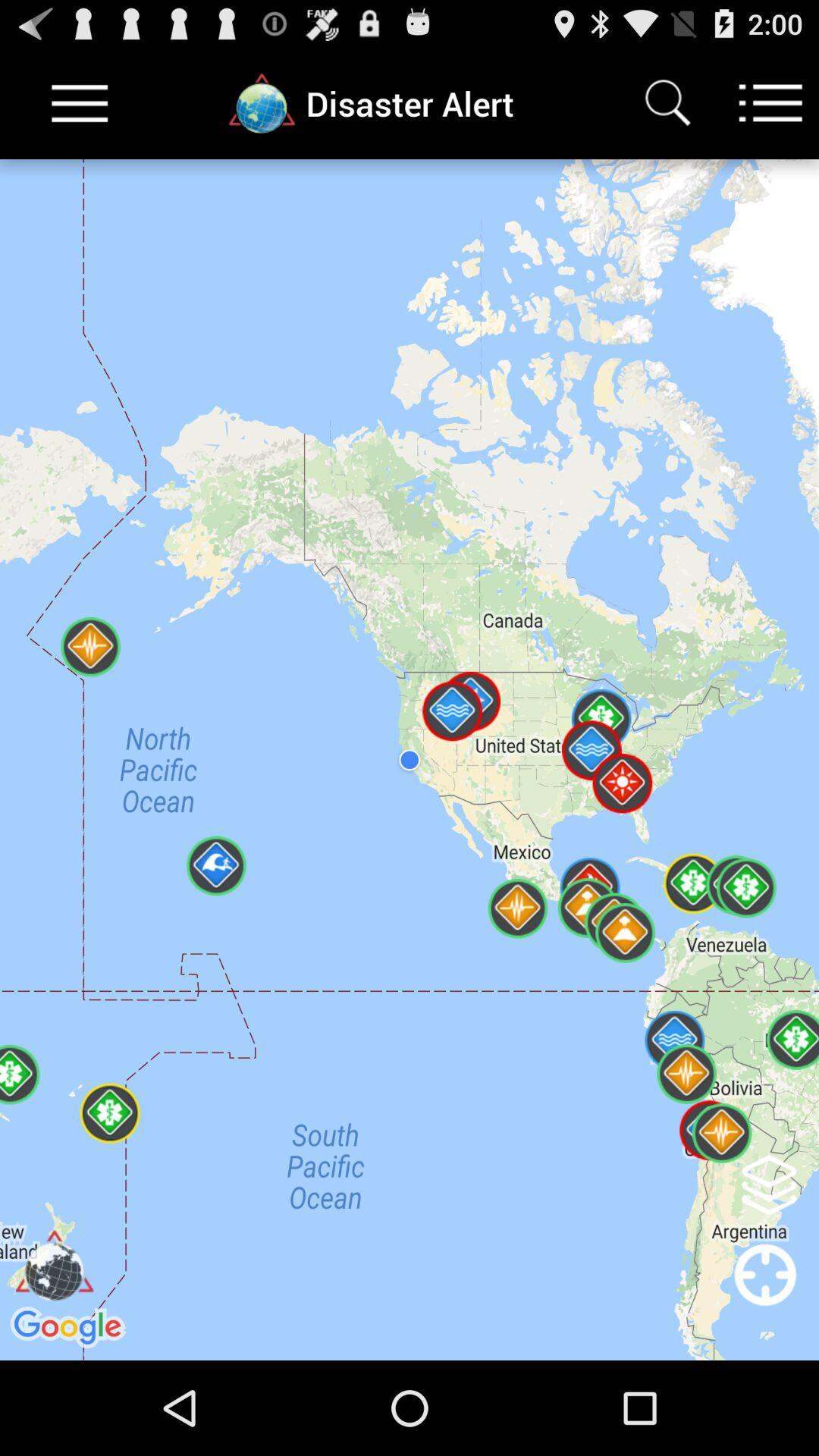 This screenshot has width=819, height=1456. What do you see at coordinates (769, 1263) in the screenshot?
I see `the layers icon` at bounding box center [769, 1263].